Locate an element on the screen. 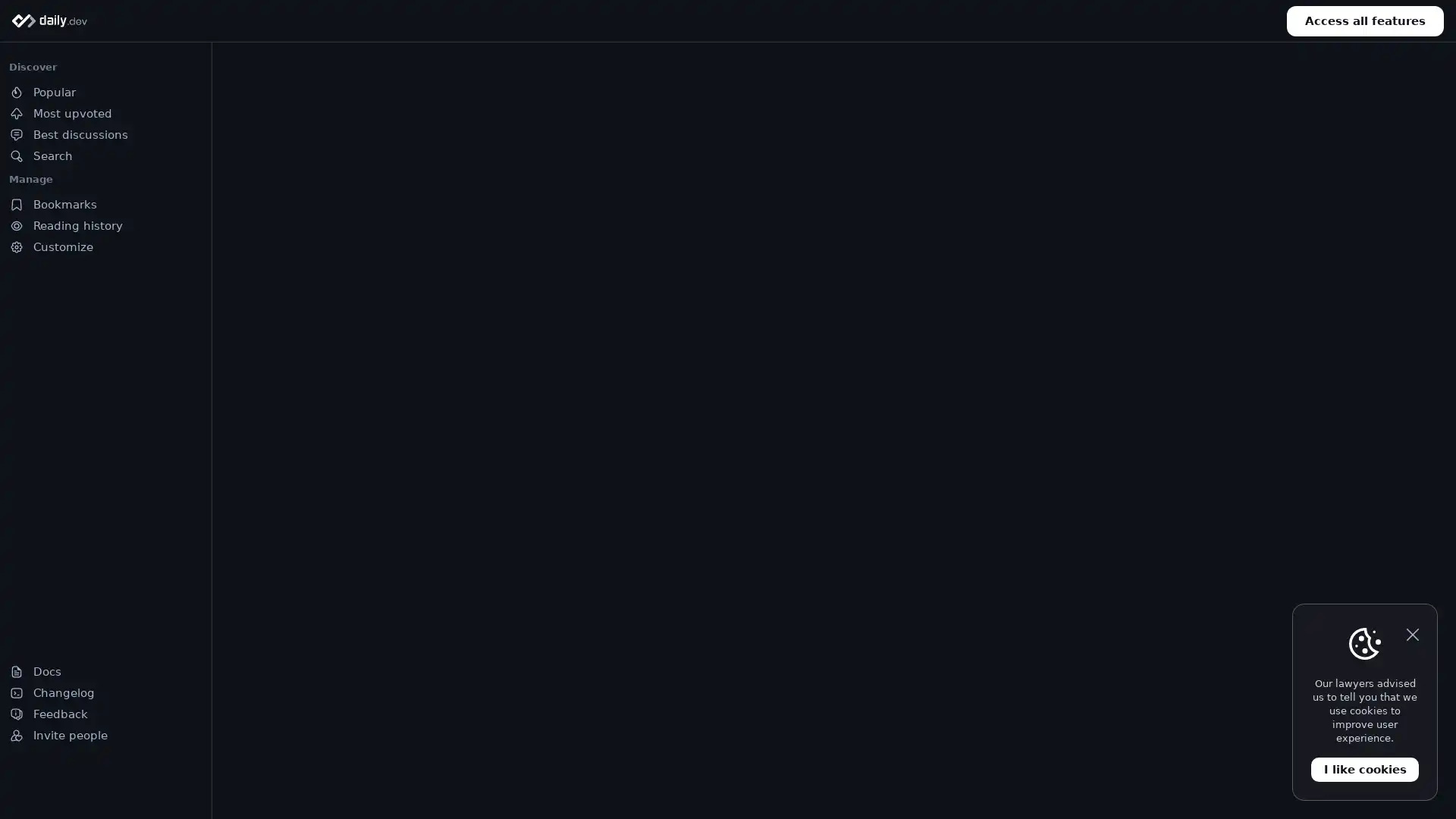 Image resolution: width=1456 pixels, height=819 pixels. Upvote is located at coordinates (1147, 739).